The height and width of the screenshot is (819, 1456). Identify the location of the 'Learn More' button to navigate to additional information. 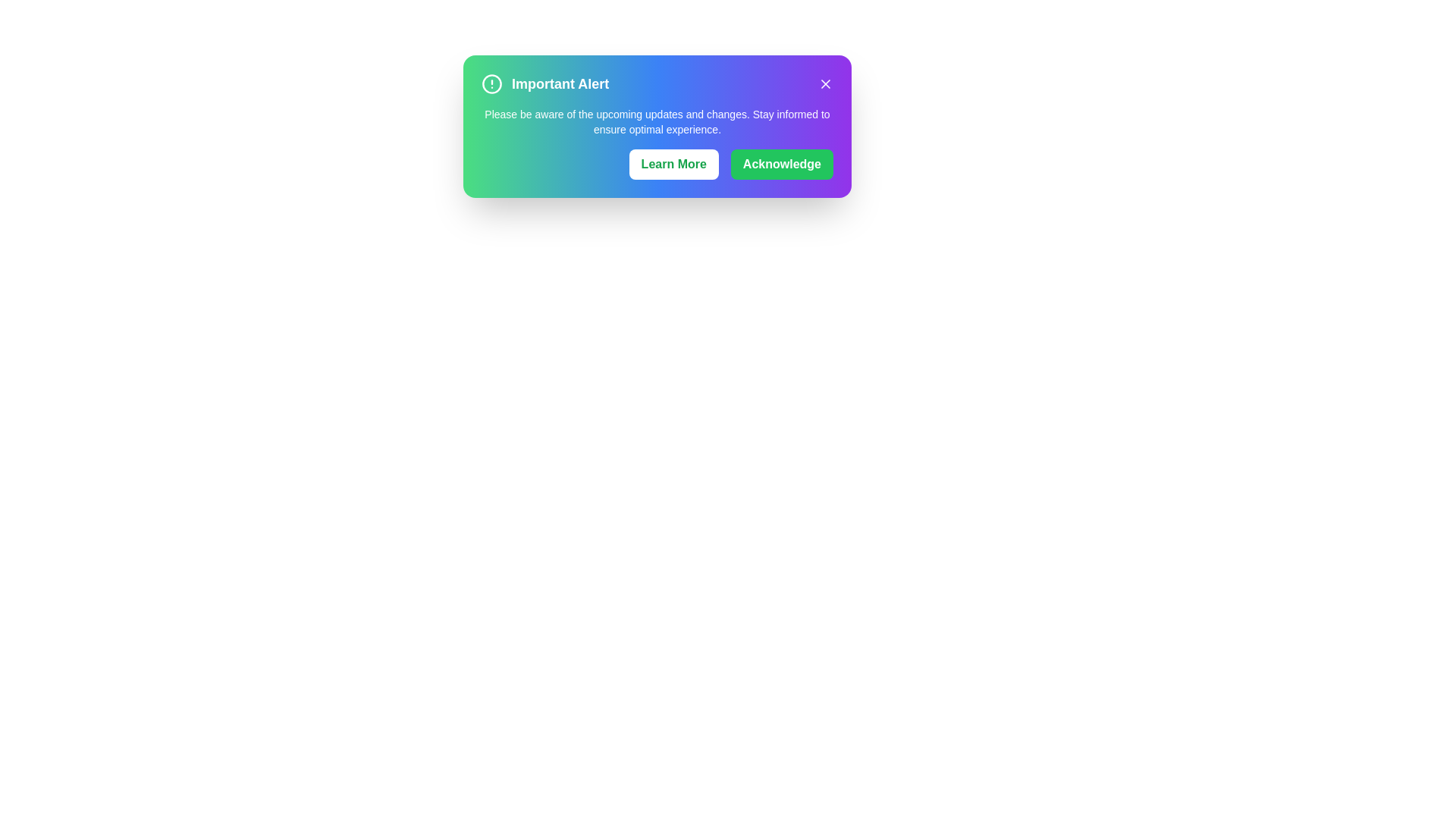
(673, 164).